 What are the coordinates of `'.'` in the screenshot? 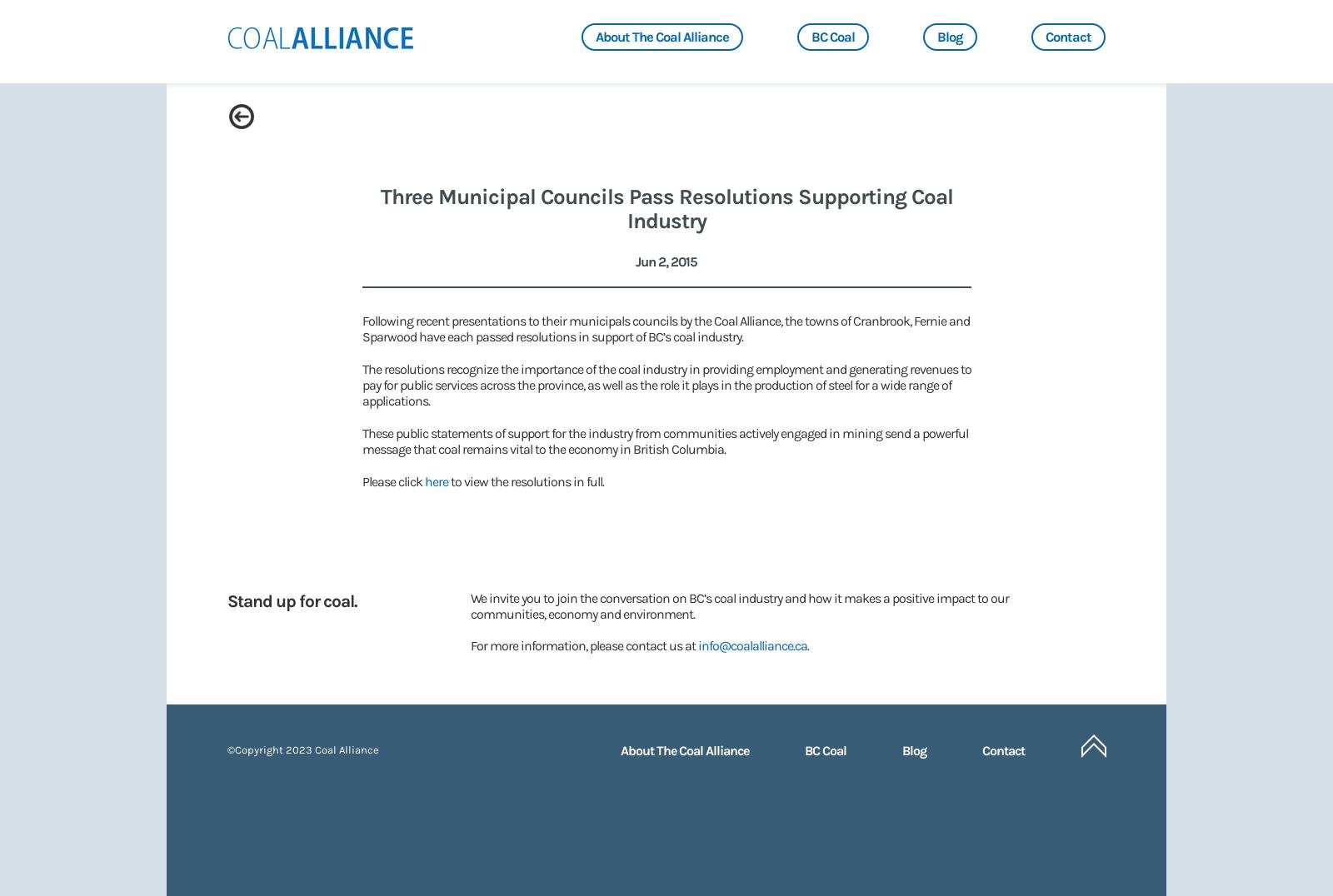 It's located at (806, 645).